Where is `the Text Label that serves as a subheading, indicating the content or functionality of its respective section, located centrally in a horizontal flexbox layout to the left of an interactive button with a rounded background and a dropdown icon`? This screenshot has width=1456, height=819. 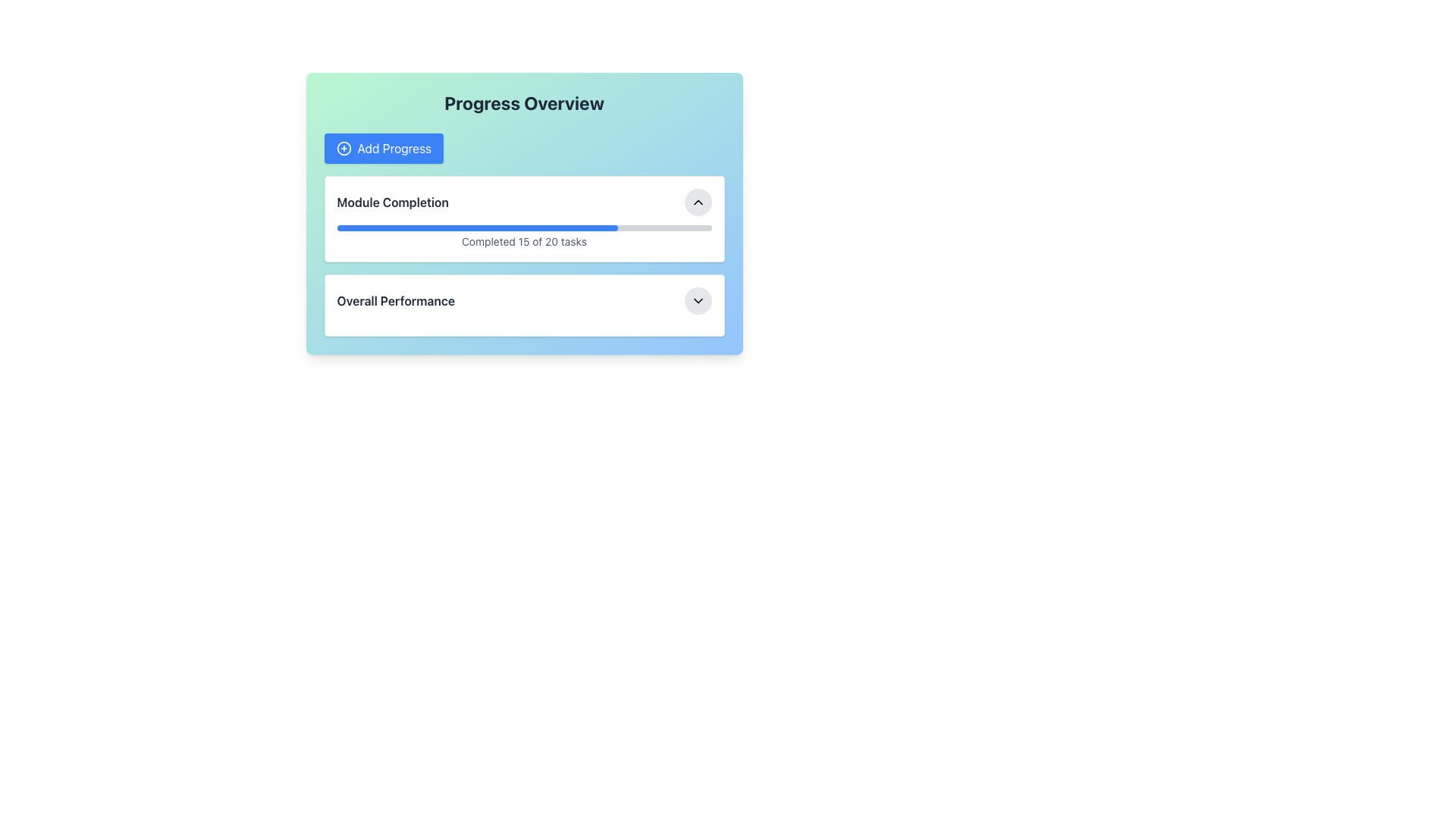 the Text Label that serves as a subheading, indicating the content or functionality of its respective section, located centrally in a horizontal flexbox layout to the left of an interactive button with a rounded background and a dropdown icon is located at coordinates (396, 301).